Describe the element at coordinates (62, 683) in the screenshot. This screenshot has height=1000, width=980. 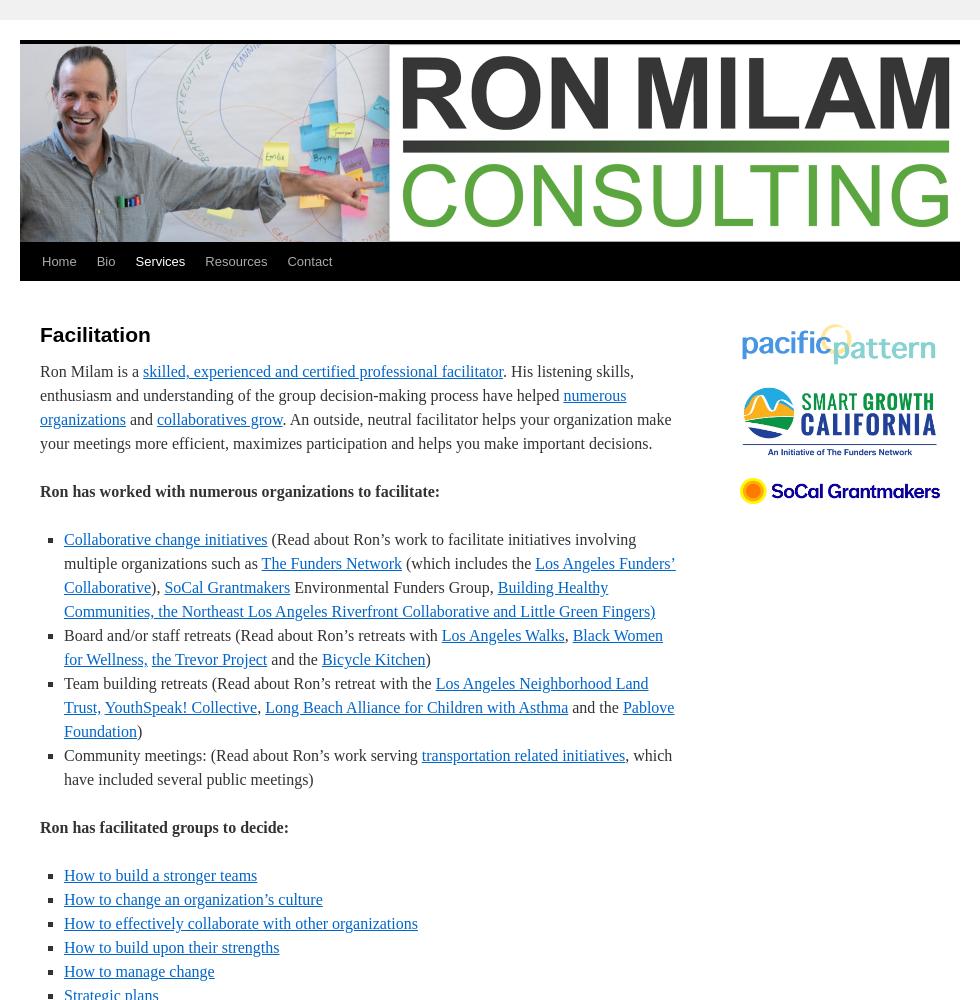
I see `'Team building retreats (Read about Ron’s retreat with the'` at that location.